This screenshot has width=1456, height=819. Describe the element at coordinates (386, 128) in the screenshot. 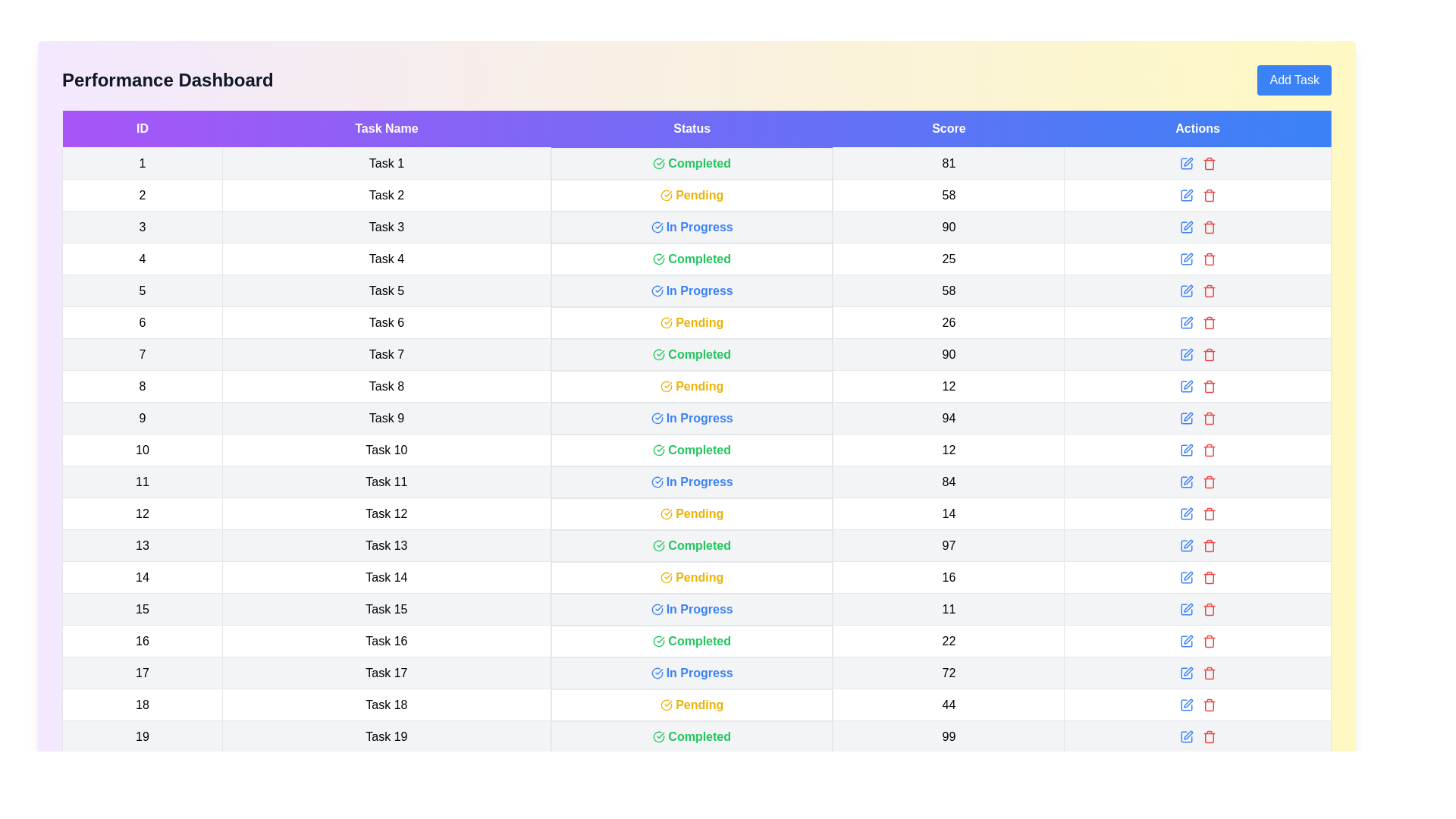

I see `the column header to sort the table by Task Name` at that location.